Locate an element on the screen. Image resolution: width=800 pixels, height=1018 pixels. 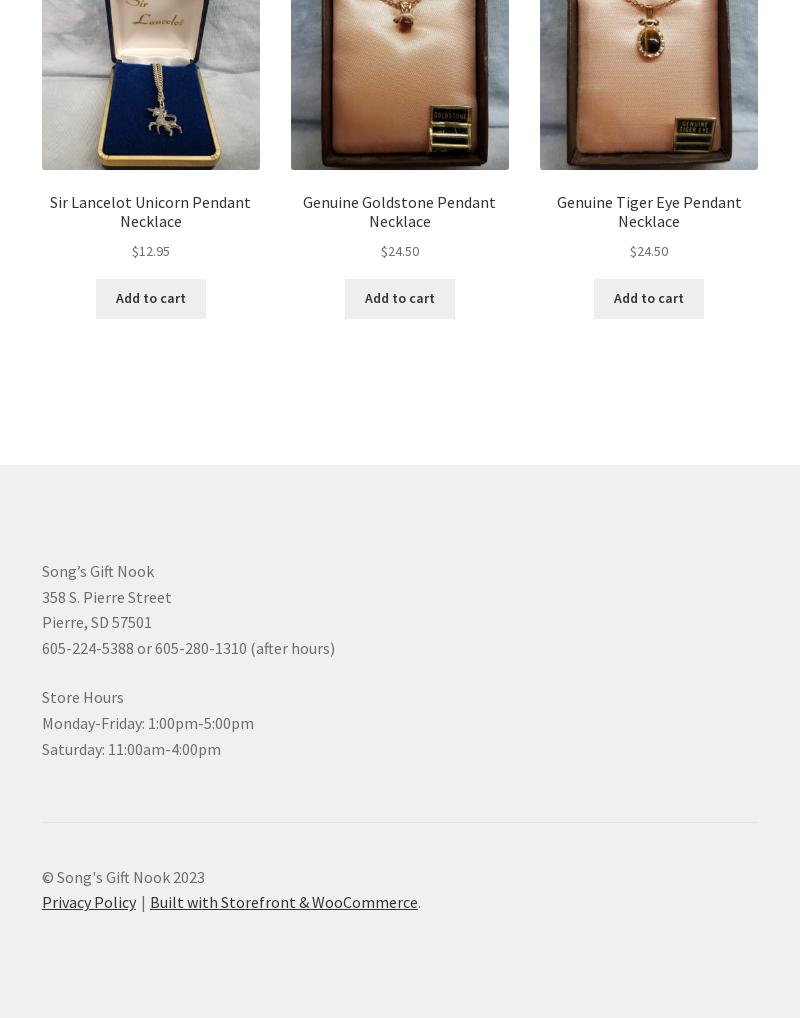
'.' is located at coordinates (418, 902).